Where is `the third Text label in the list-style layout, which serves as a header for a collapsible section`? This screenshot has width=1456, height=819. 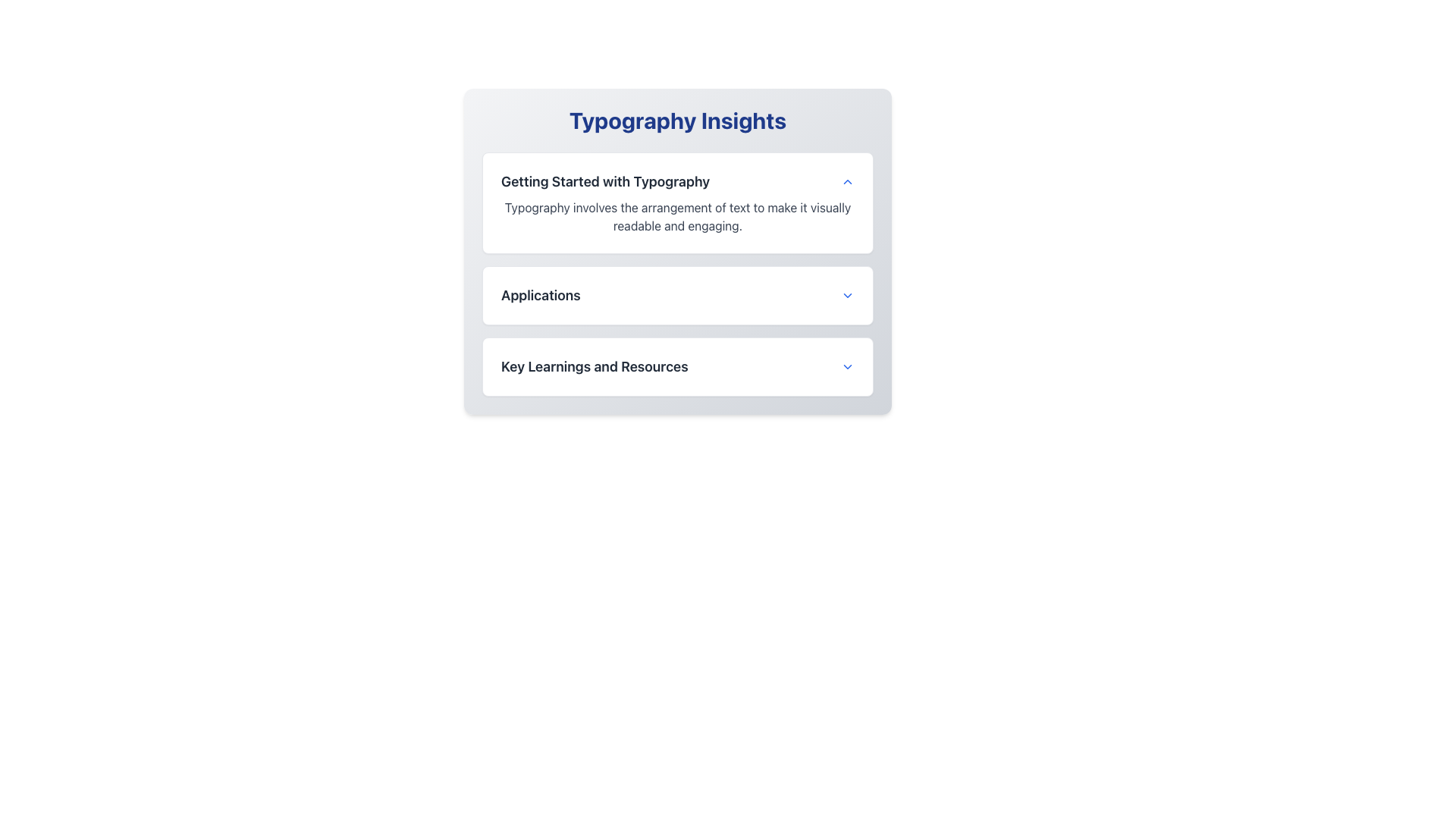 the third Text label in the list-style layout, which serves as a header for a collapsible section is located at coordinates (594, 366).